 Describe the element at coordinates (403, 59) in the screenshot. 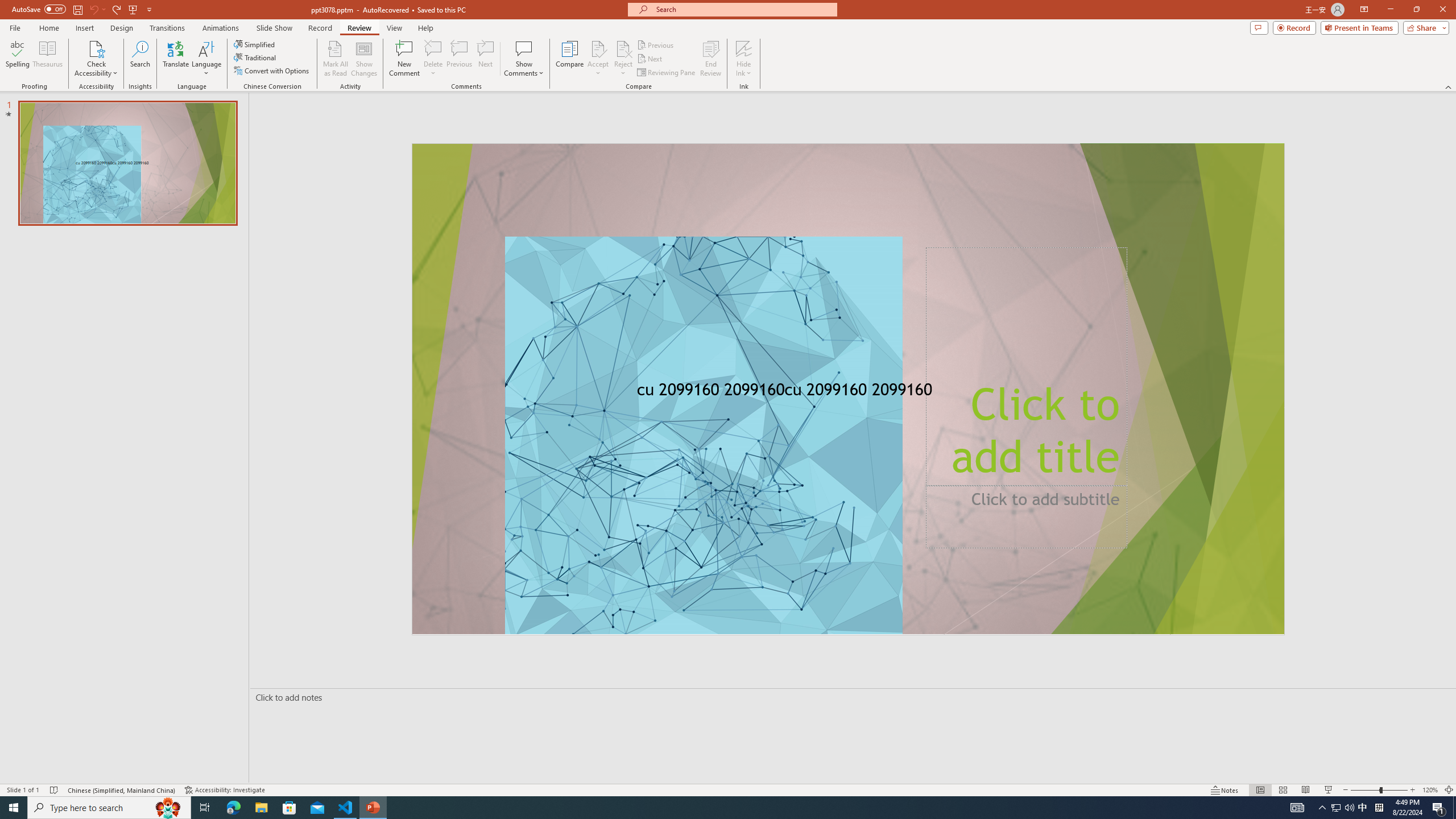

I see `'New Comment'` at that location.